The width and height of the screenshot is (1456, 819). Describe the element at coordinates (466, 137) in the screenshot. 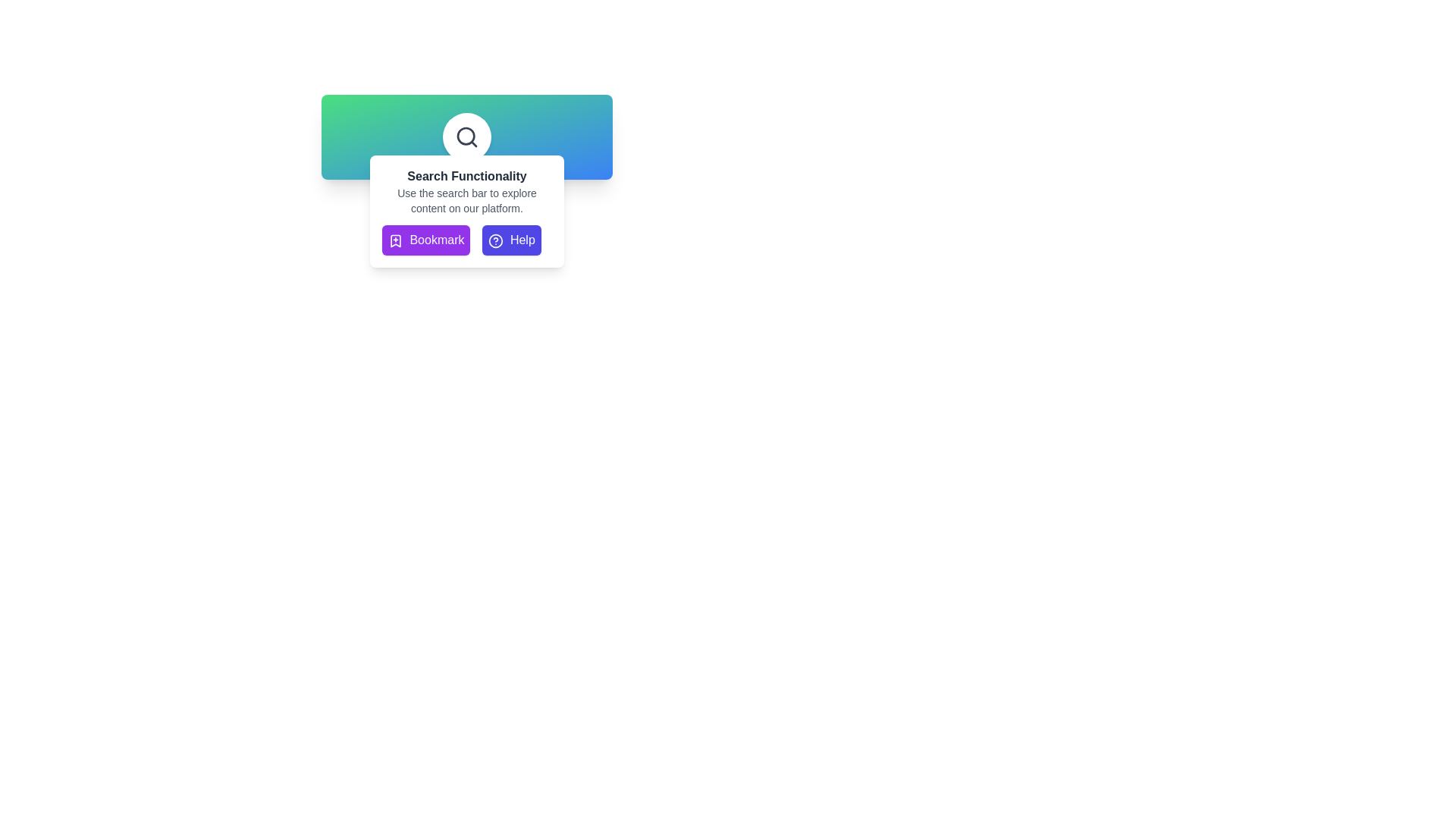

I see `the circular button with a white background and a magnifying glass icon to change its background color to light gray` at that location.